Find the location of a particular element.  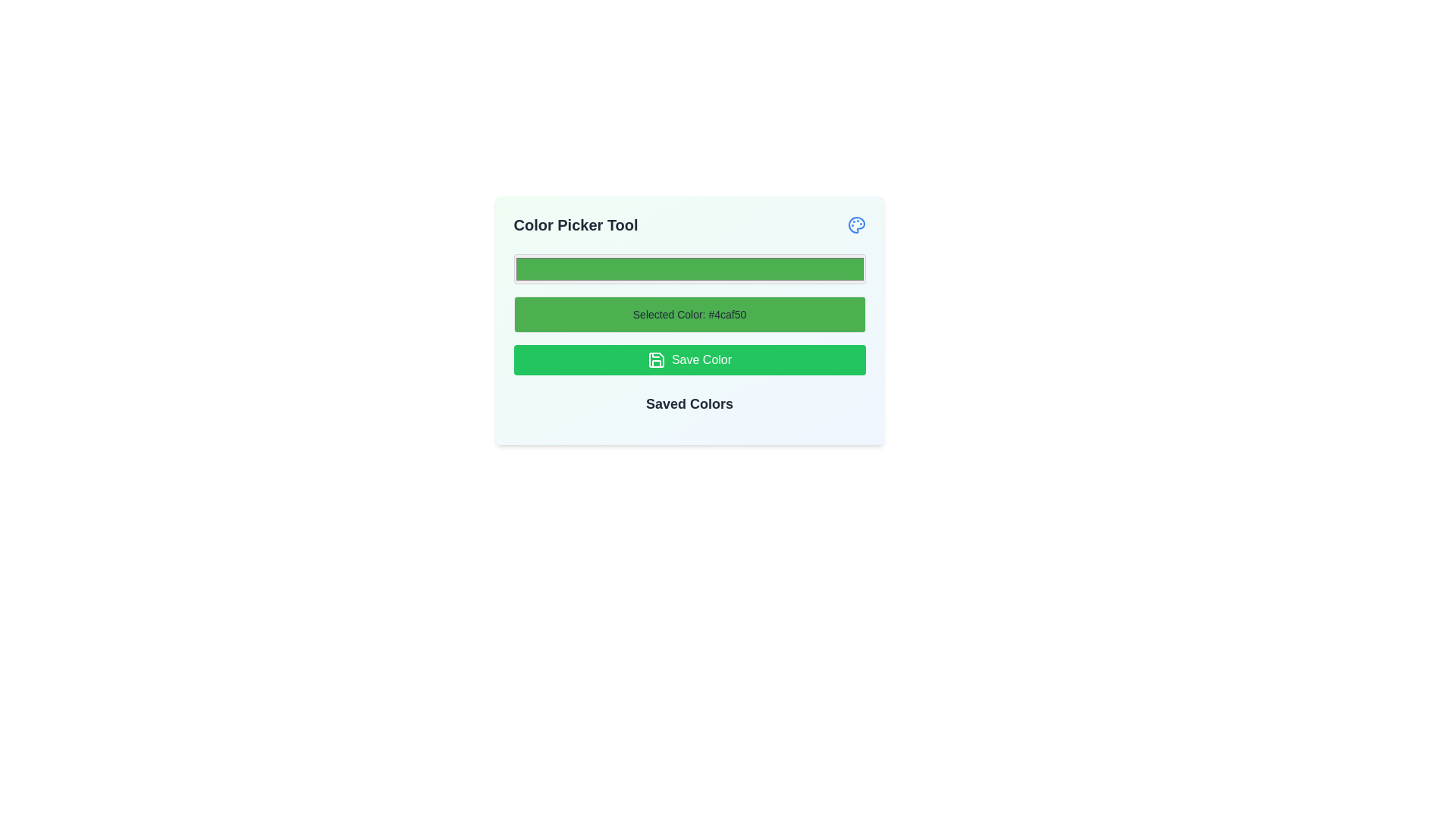

the color picker icon located in the top-right corner of the 'Color Picker Tool' panel is located at coordinates (856, 225).